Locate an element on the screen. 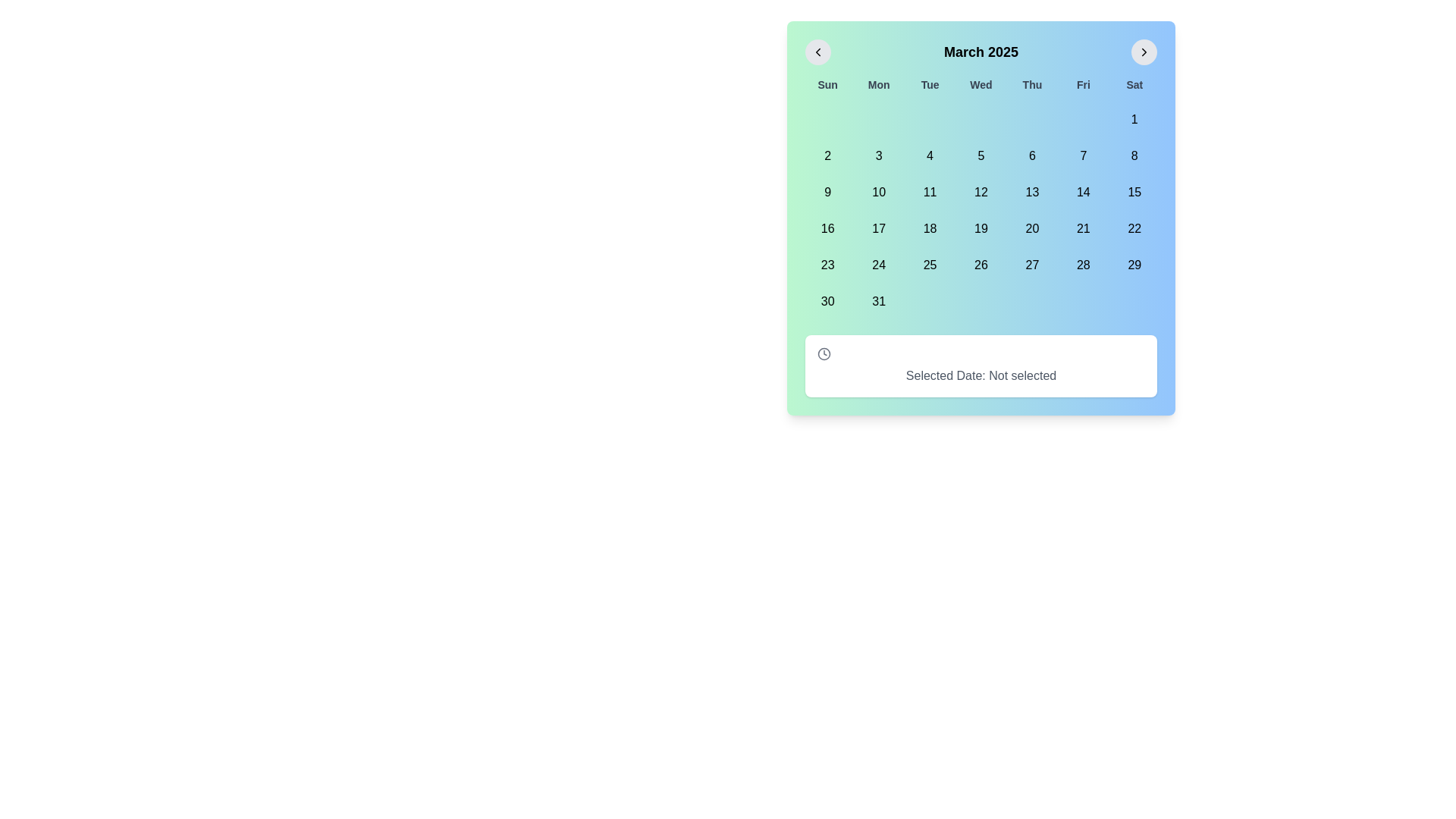  the small circular dot located in the top-left corner of the calendar grid above the number '2' in the 'Sun' column is located at coordinates (827, 119).